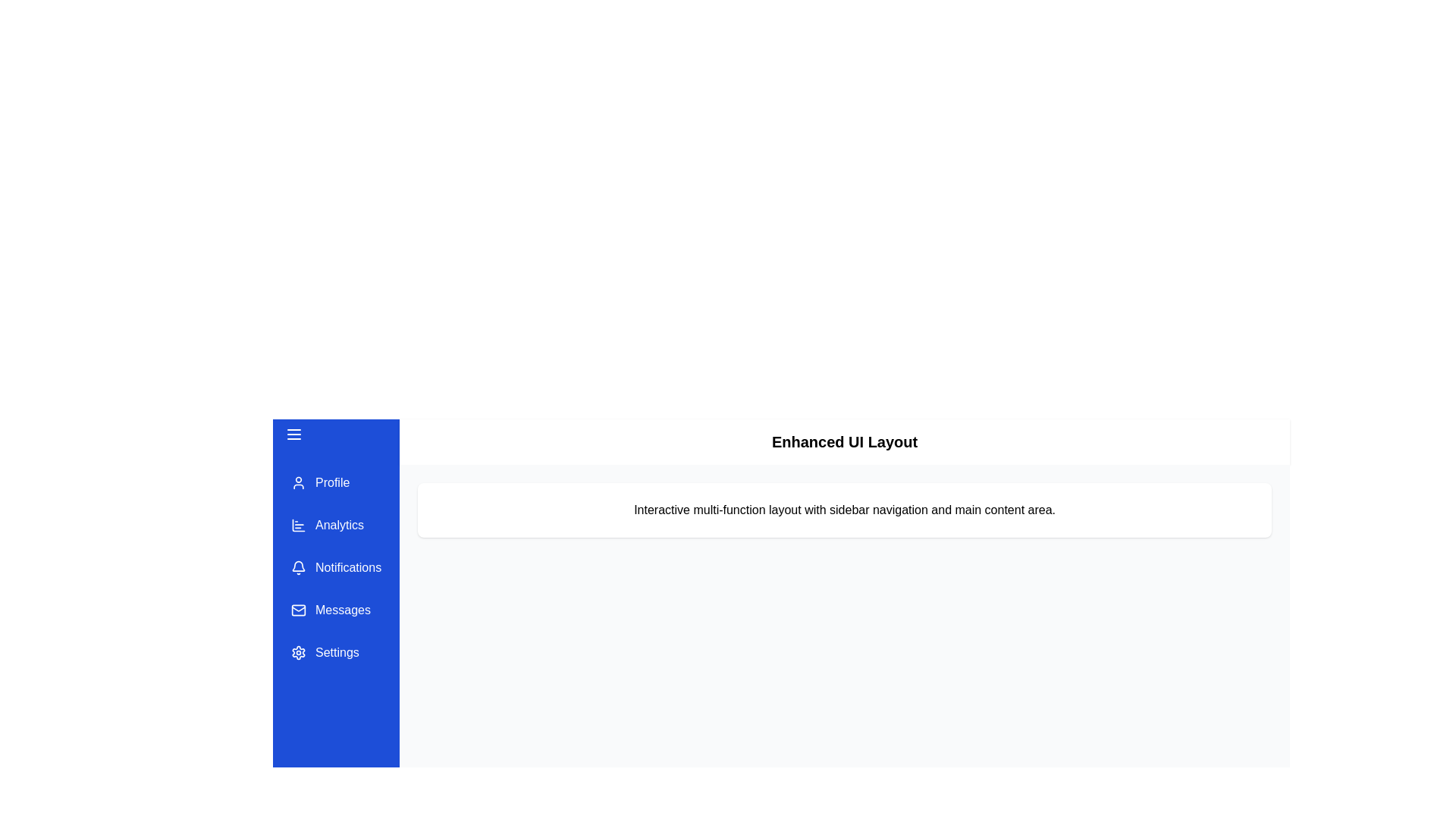 Image resolution: width=1456 pixels, height=819 pixels. I want to click on the static text label displaying 'Enhanced UI Layout', so click(843, 441).